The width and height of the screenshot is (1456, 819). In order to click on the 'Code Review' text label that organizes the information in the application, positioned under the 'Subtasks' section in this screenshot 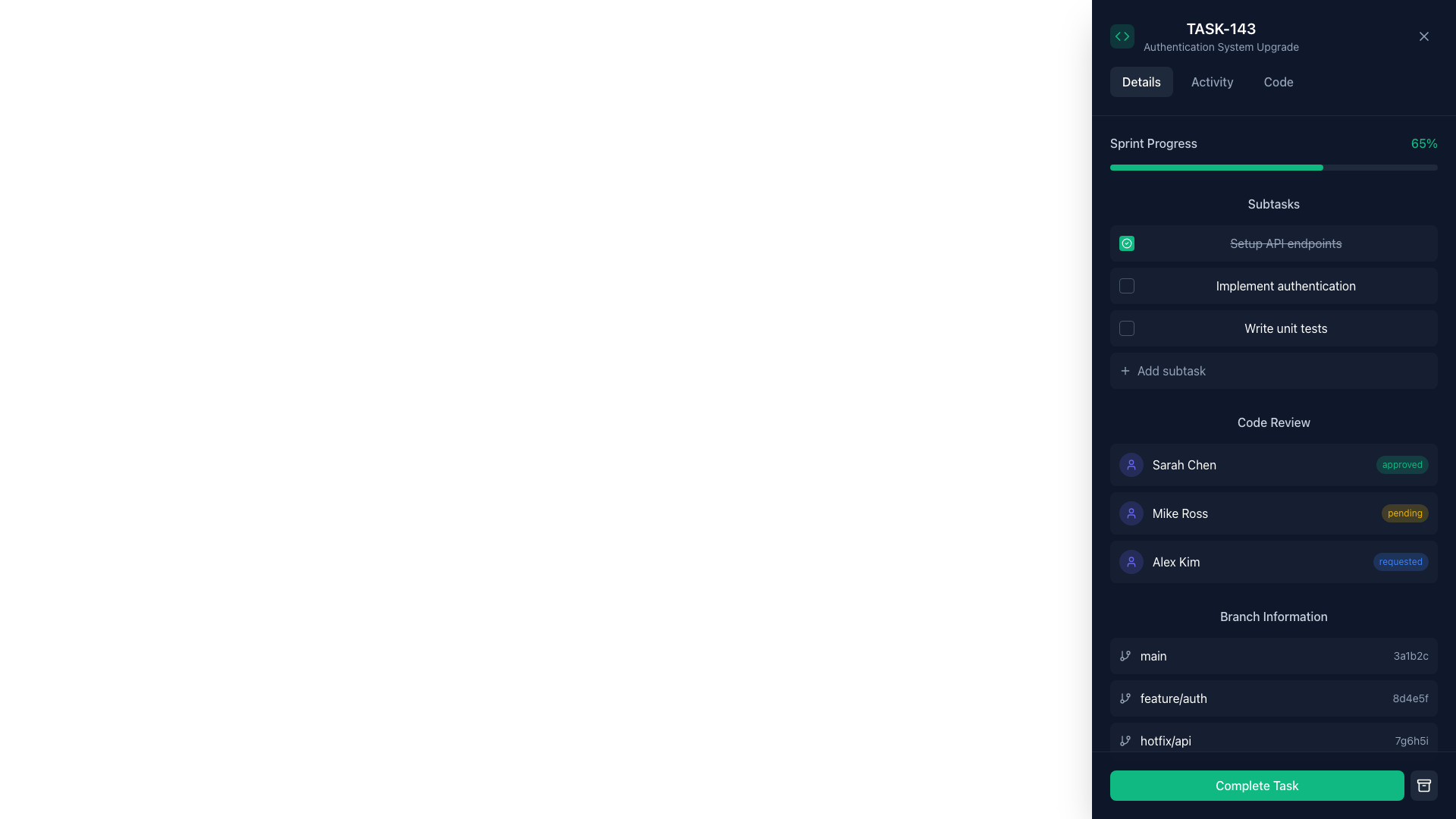, I will do `click(1274, 422)`.